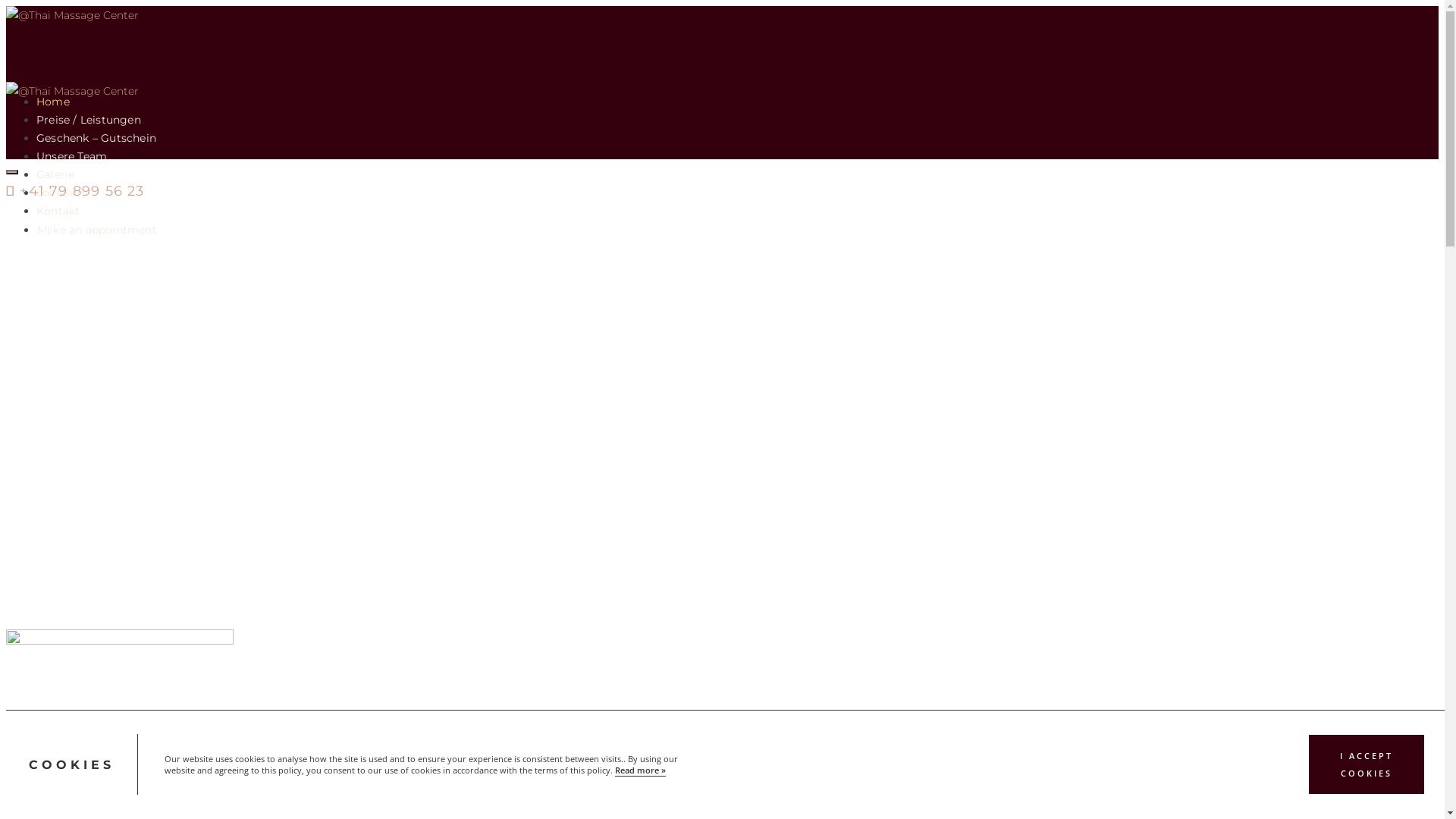 The width and height of the screenshot is (1456, 819). What do you see at coordinates (1366, 765) in the screenshot?
I see `'I ACCEPT COOKIES'` at bounding box center [1366, 765].